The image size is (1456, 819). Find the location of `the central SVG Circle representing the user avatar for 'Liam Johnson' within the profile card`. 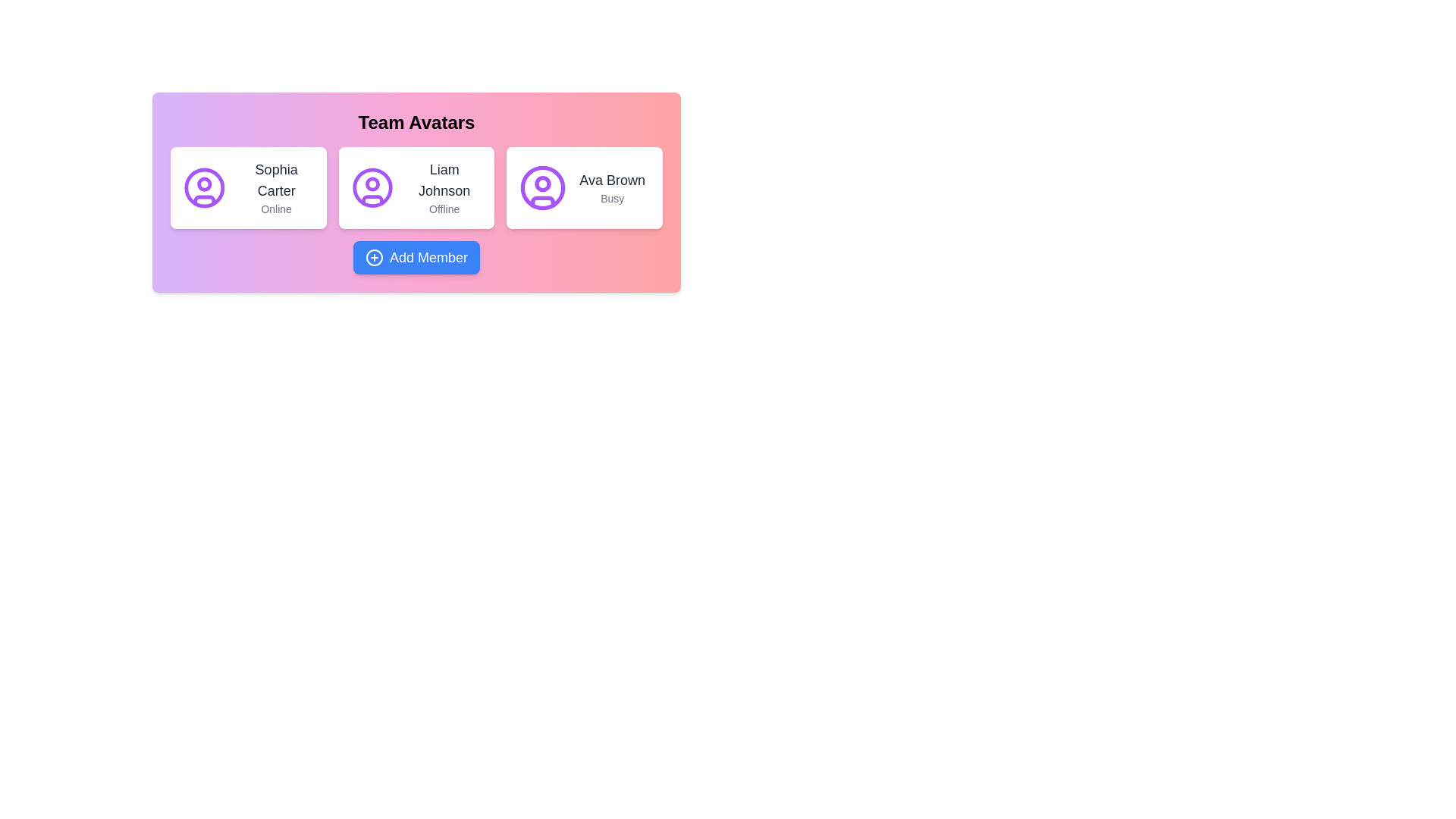

the central SVG Circle representing the user avatar for 'Liam Johnson' within the profile card is located at coordinates (372, 187).